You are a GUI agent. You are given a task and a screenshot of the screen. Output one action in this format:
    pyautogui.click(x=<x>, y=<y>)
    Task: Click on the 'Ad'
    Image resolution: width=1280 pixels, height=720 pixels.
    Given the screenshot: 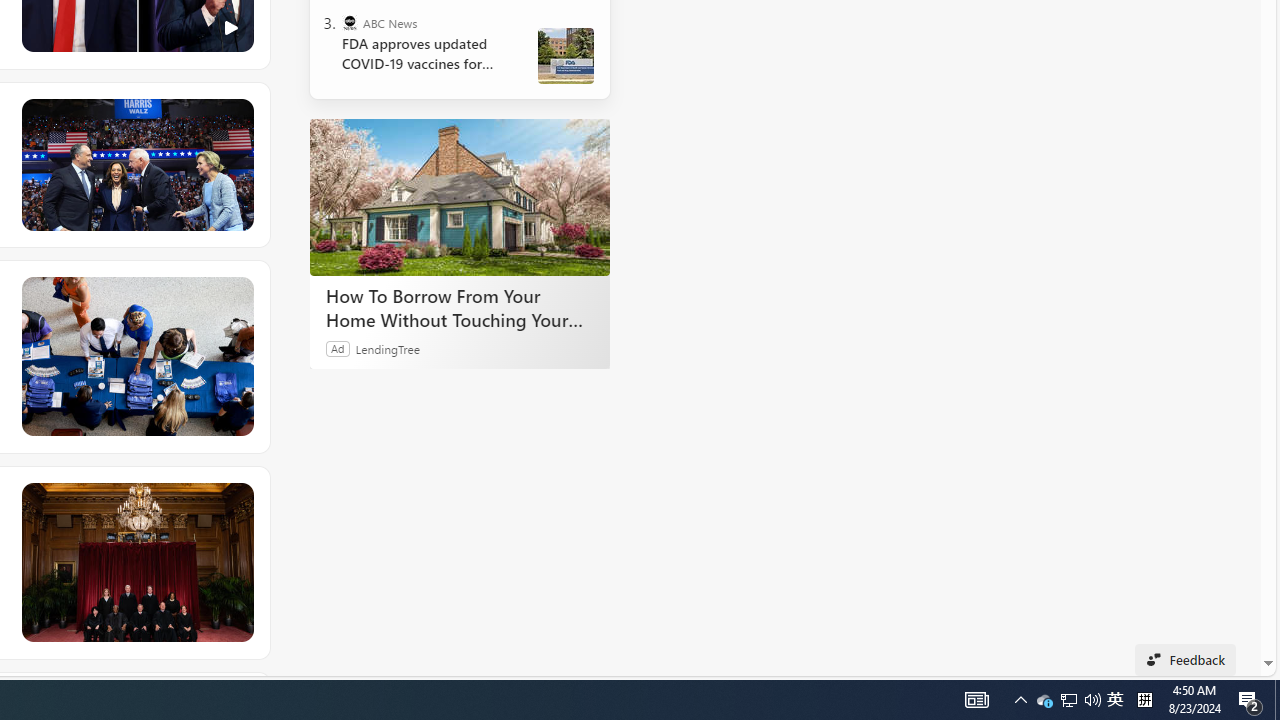 What is the action you would take?
    pyautogui.click(x=338, y=347)
    